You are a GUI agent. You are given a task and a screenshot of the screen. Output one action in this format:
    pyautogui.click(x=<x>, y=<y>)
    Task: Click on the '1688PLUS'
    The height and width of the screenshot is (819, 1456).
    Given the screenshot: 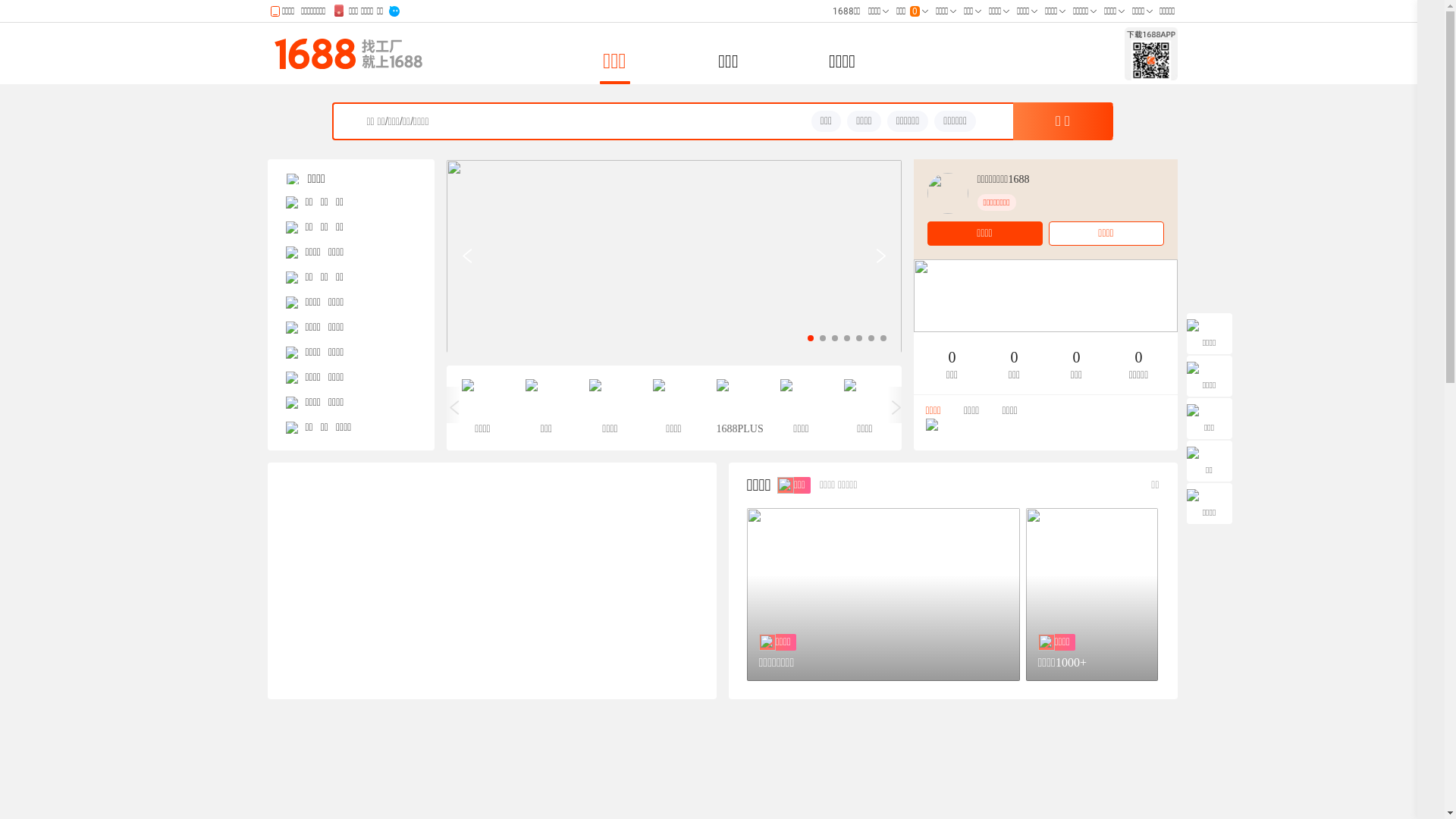 What is the action you would take?
    pyautogui.click(x=736, y=406)
    